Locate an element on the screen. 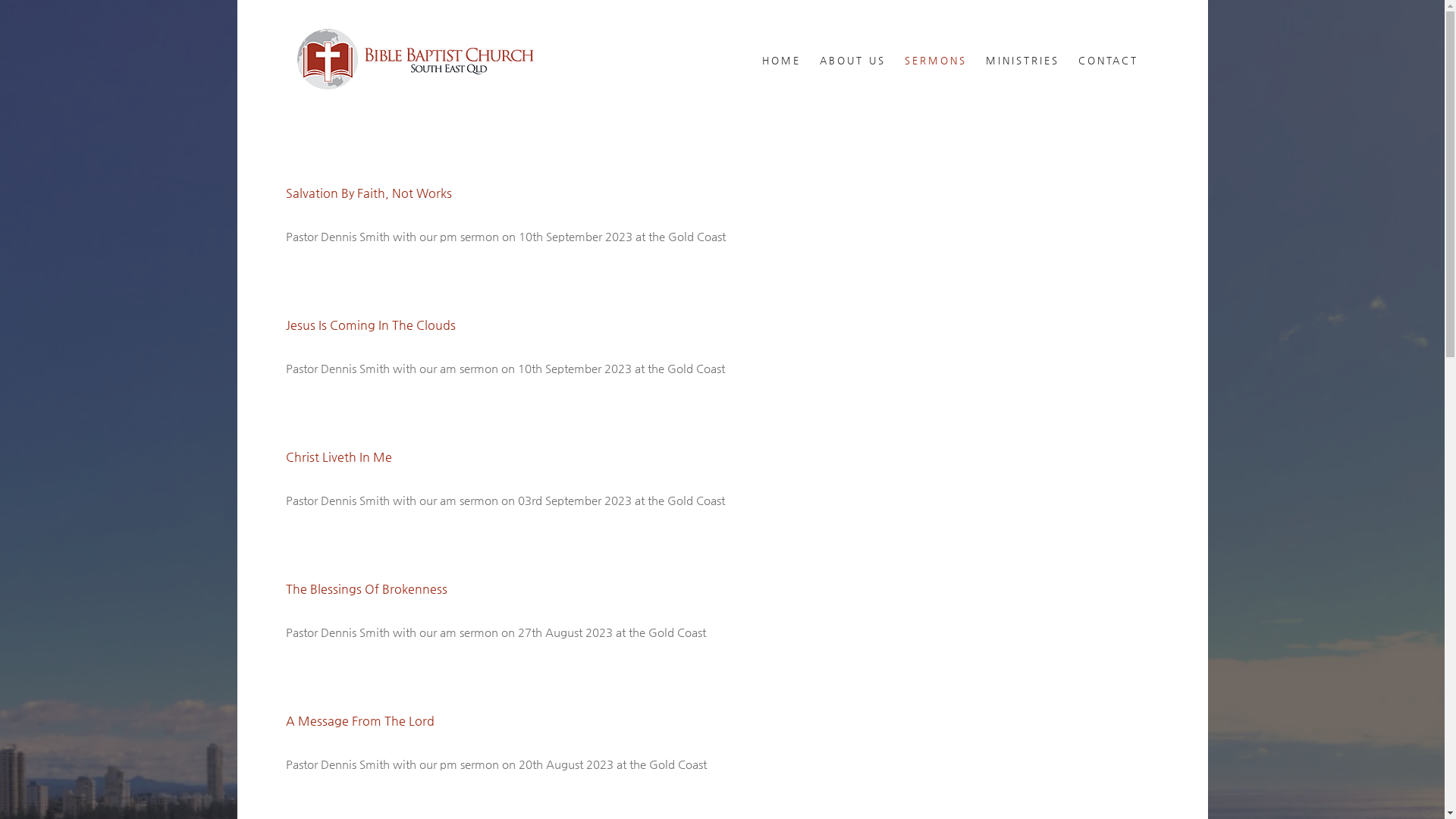  'ABOUT US' is located at coordinates (852, 58).